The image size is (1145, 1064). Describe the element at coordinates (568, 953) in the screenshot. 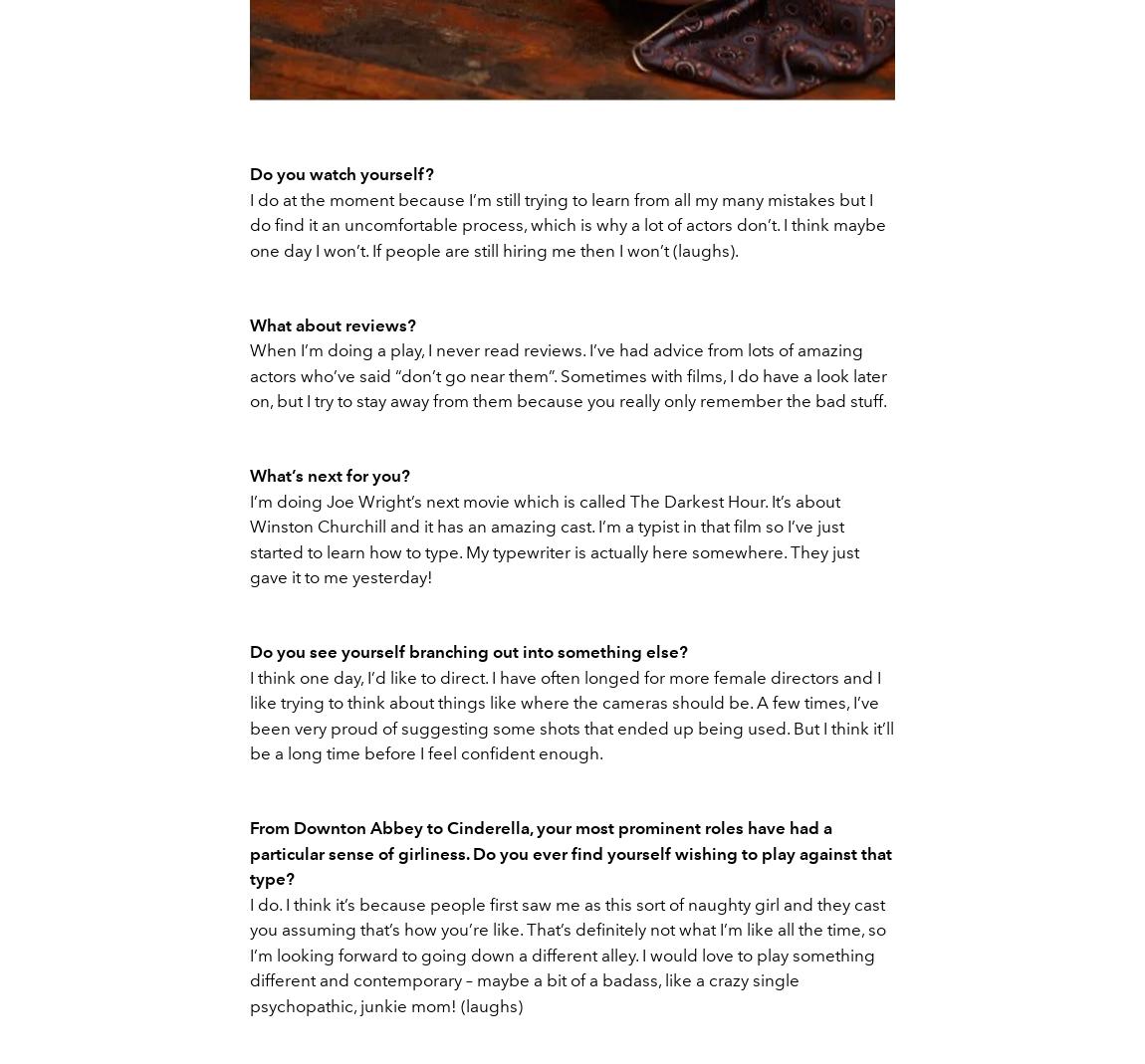

I see `'I do. I think it’s because people first saw me as this sort of naughty girl and they cast you assuming that’s how you’re like. That’s definitely not what I’m like all the time, so I’m looking forward to going down a different alley. I would love to play something different and contemporary – maybe a bit of a badass, like a crazy single psychopathic, junkie mom! (laughs)'` at that location.